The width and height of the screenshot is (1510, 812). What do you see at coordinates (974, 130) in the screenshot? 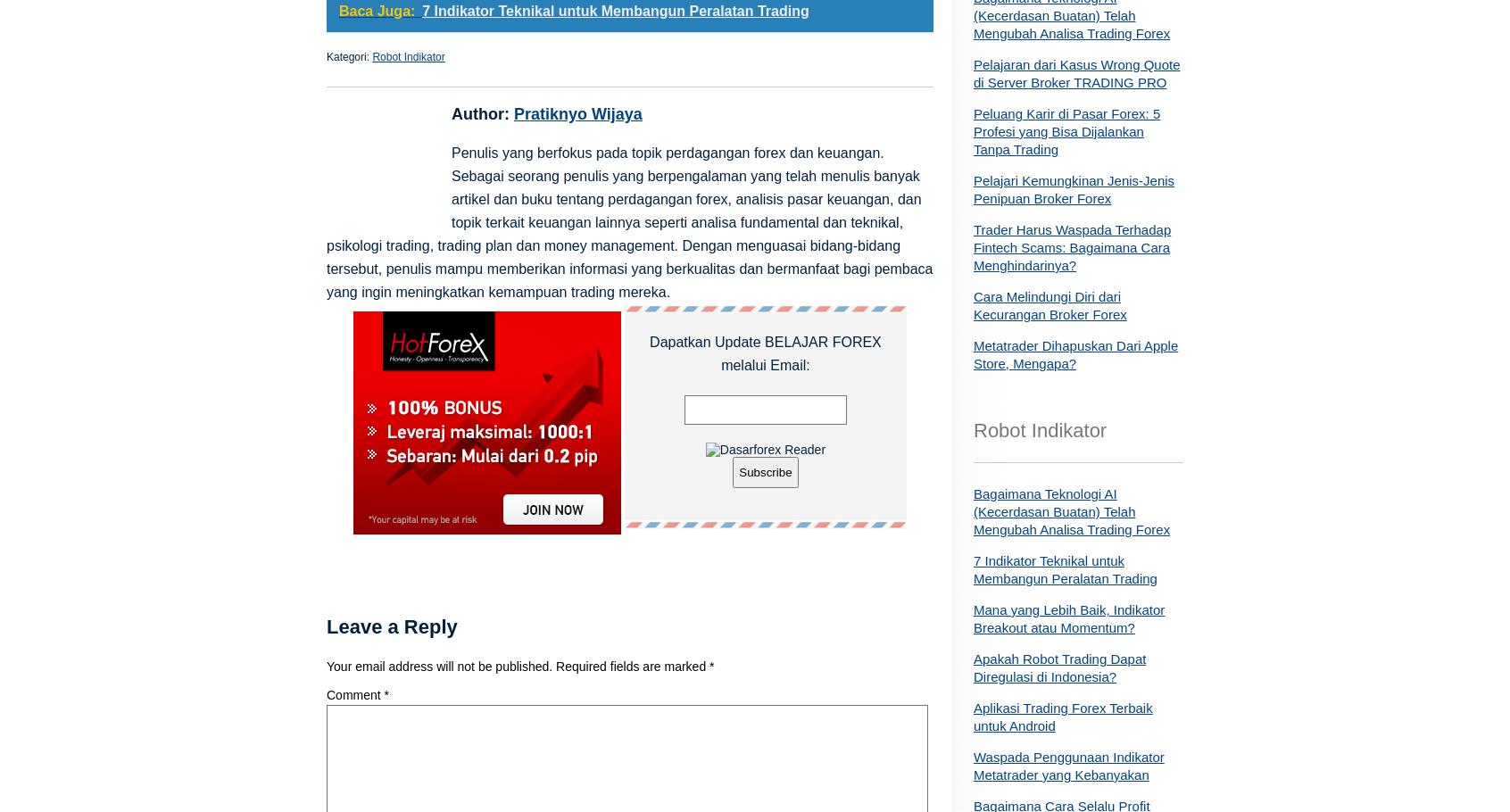
I see `'Peluang Karir di Pasar Forex: 5 Profesi yang Bisa Dijalankan Tanpa Trading'` at bounding box center [974, 130].